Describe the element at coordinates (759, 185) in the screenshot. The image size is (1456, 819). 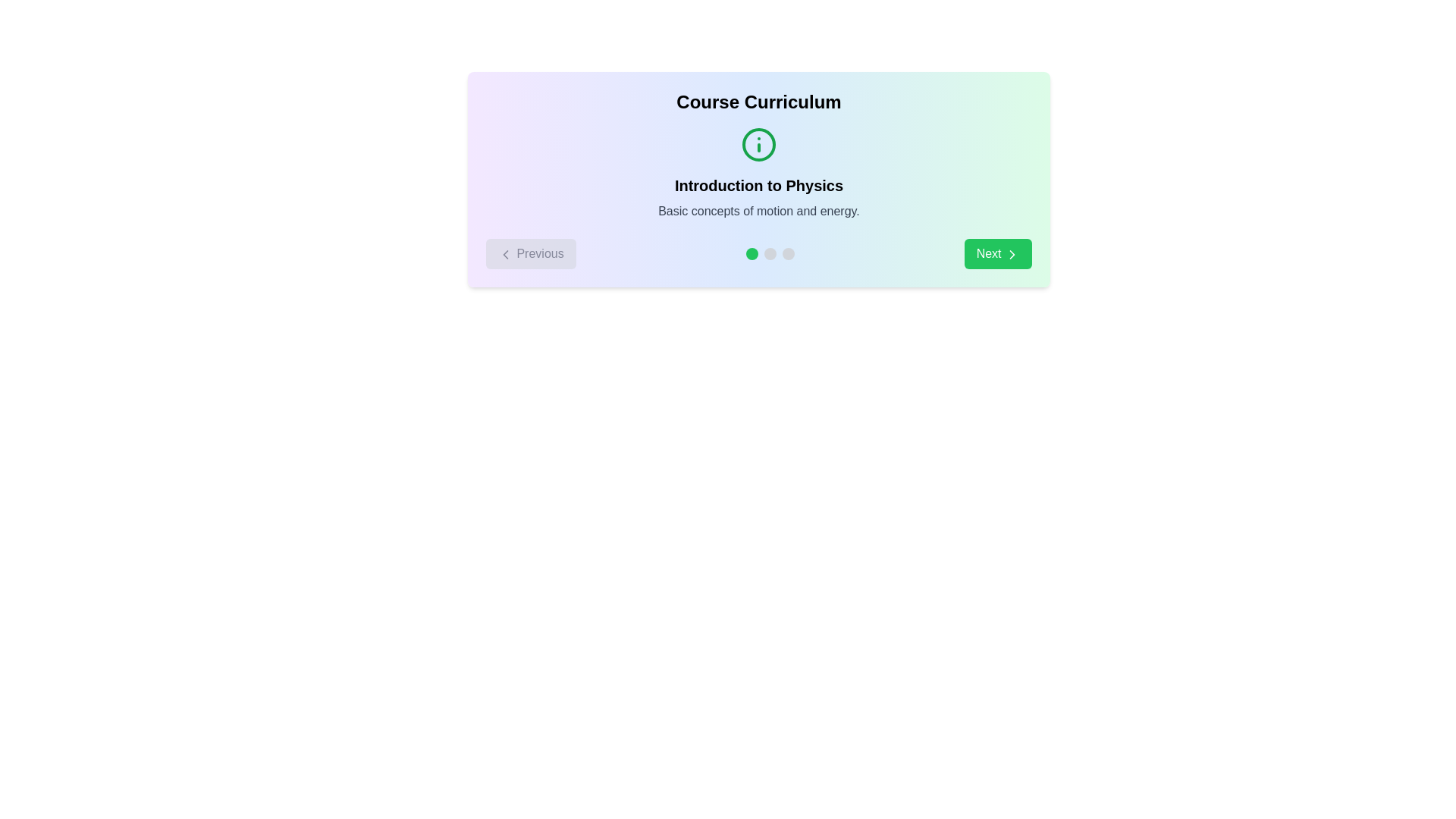
I see `the bold text label 'Introduction to Physics' that is centrally located in the course curriculum overview, positioned below the information icon and above the smaller description text` at that location.